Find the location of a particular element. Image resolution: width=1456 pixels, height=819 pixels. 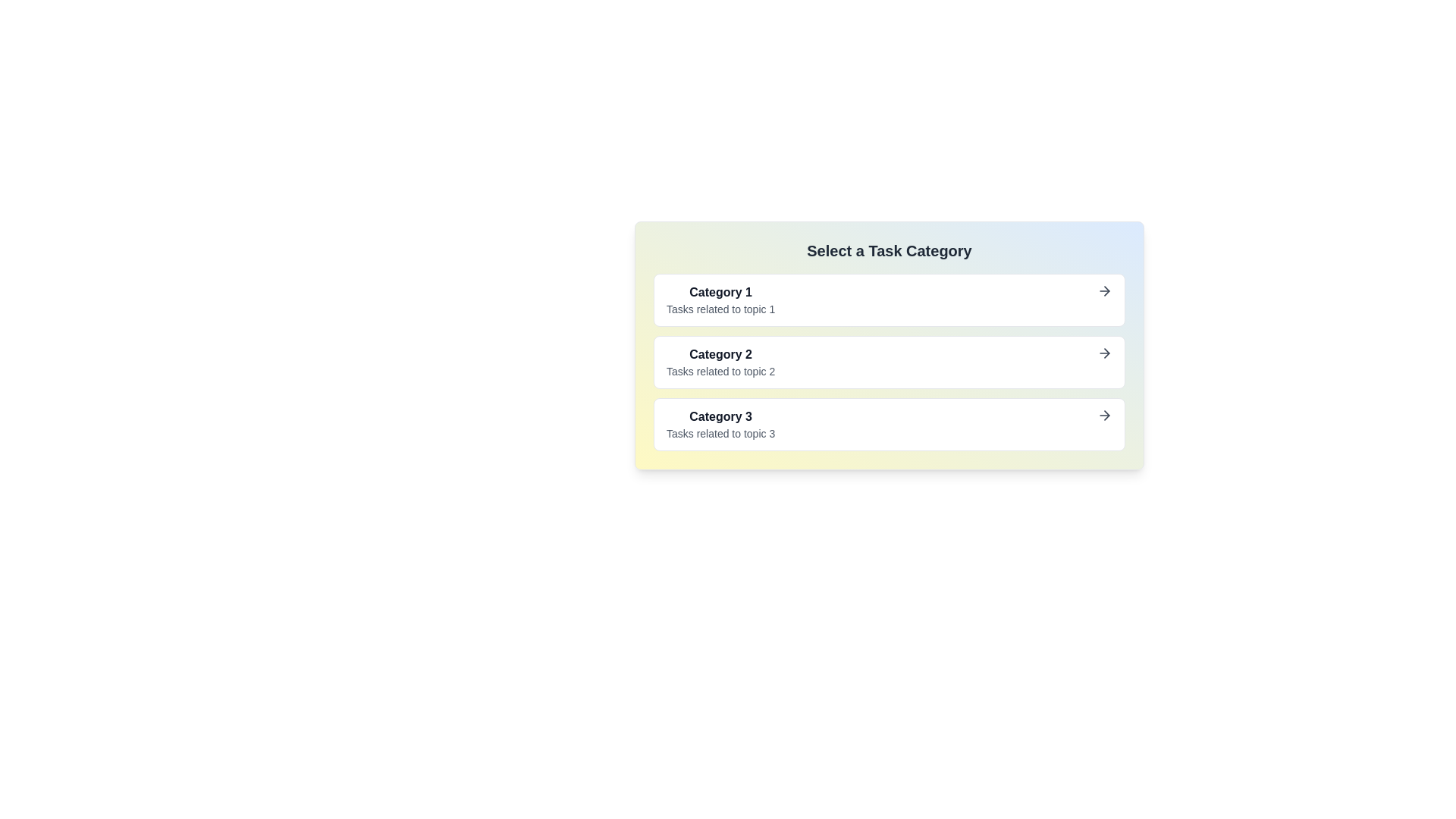

text content of the multi-line text label displaying 'Category 3' and its description 'Tasks related to topic 3', which is the third item in the list under the card 'Select a Task Category' is located at coordinates (720, 424).